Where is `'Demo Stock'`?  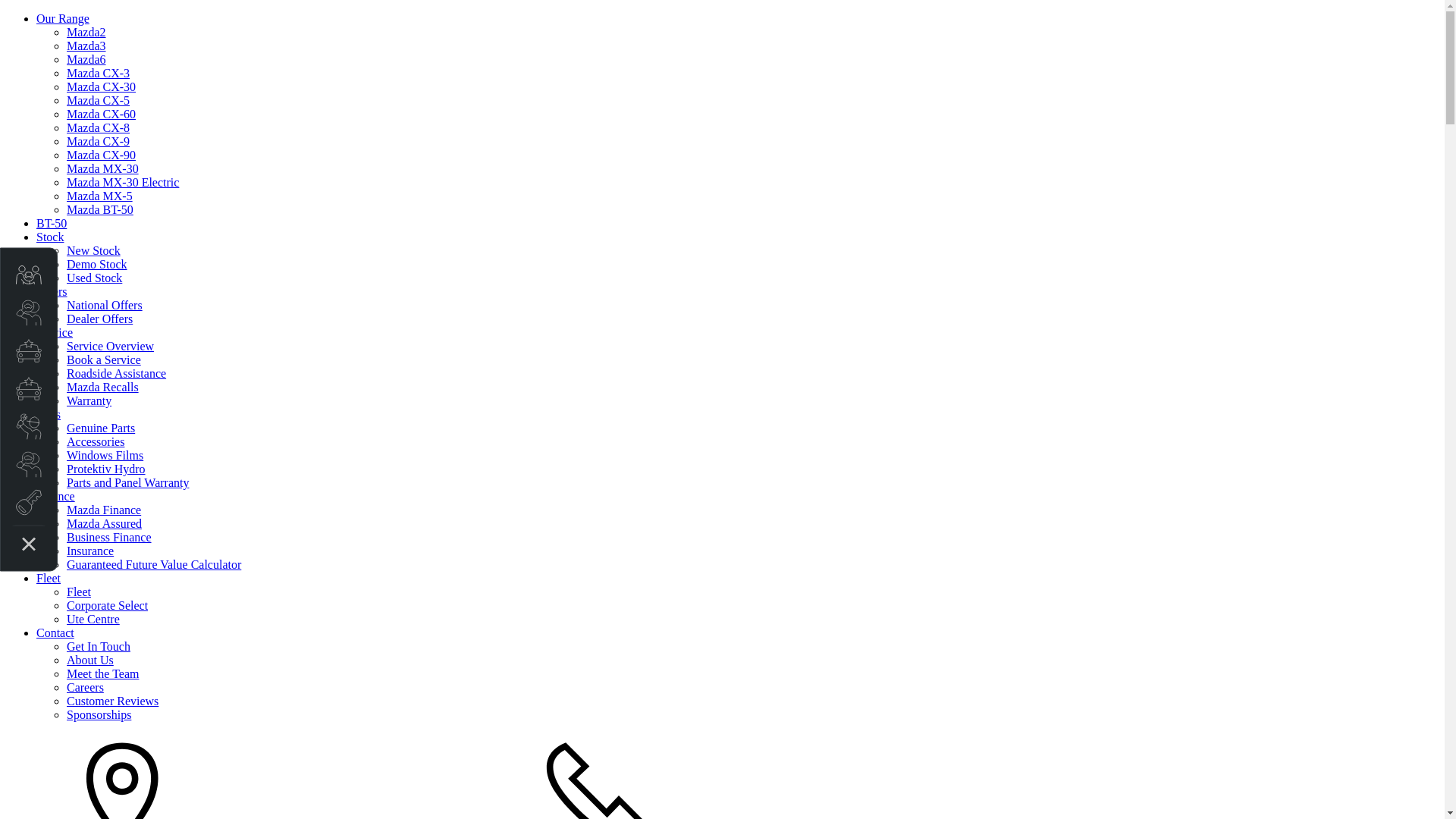 'Demo Stock' is located at coordinates (96, 263).